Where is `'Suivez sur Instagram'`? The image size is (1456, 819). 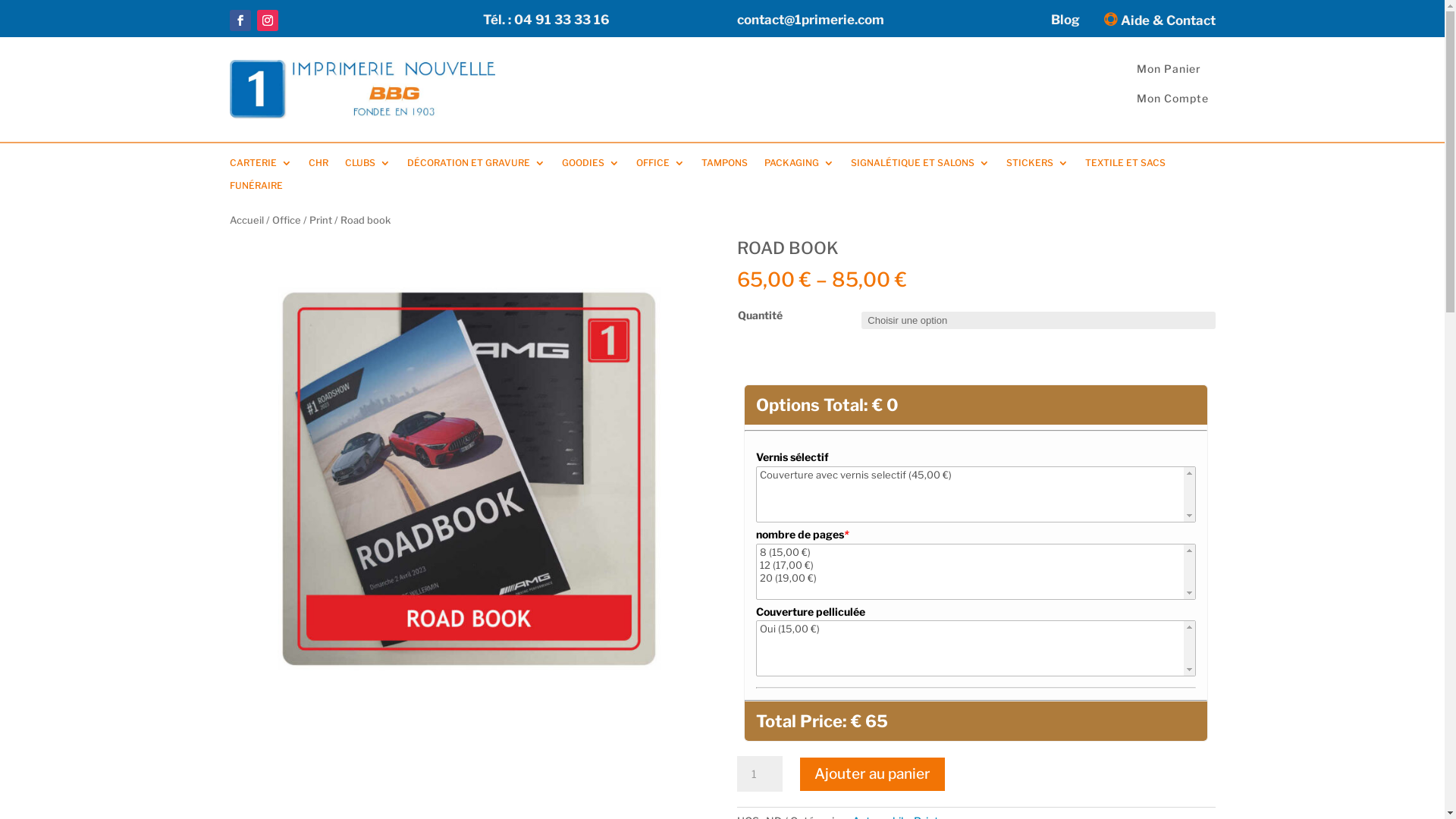 'Suivez sur Instagram' is located at coordinates (266, 20).